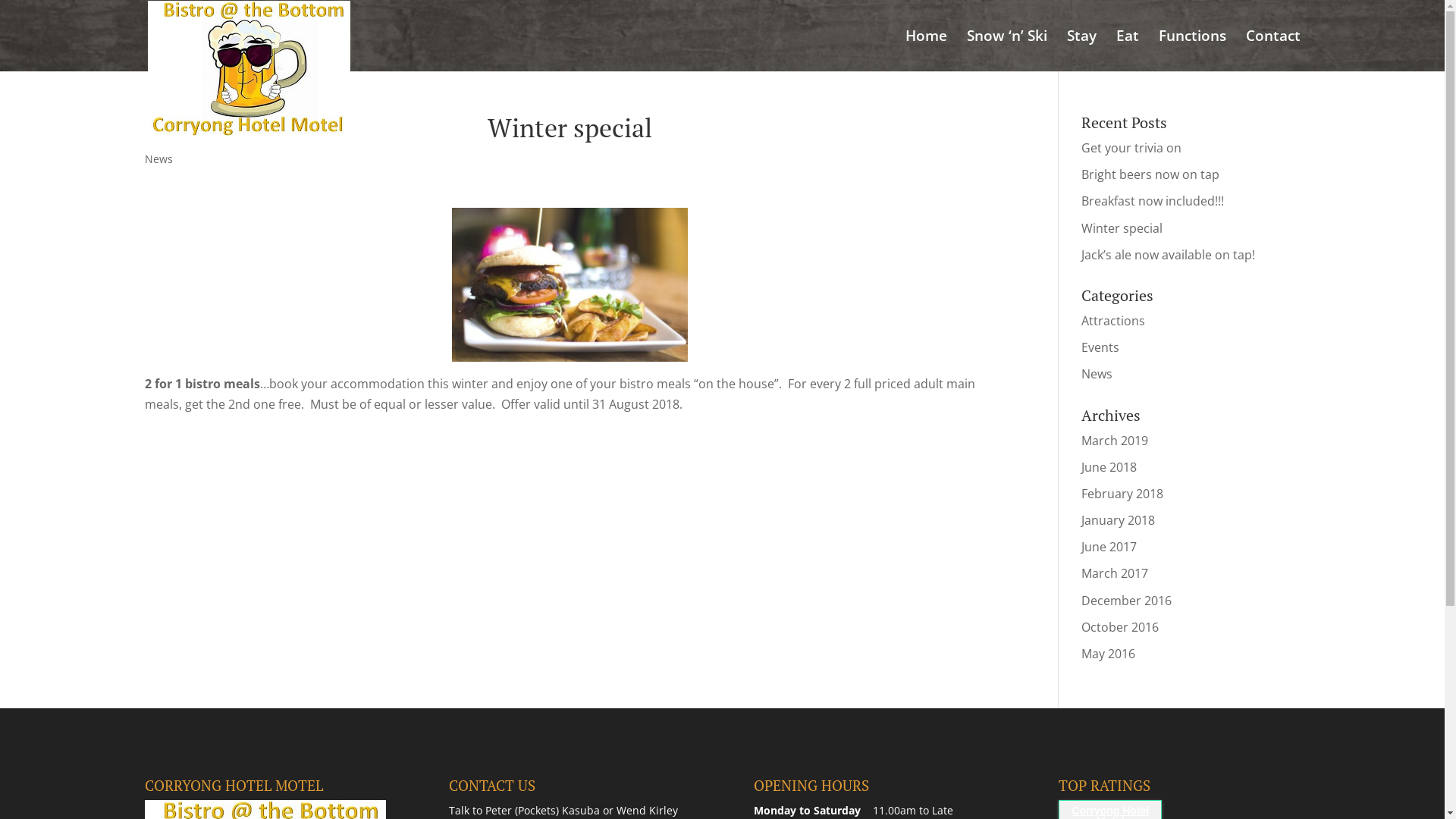  Describe the element at coordinates (1153, 200) in the screenshot. I see `'Breakfast now included!!!'` at that location.